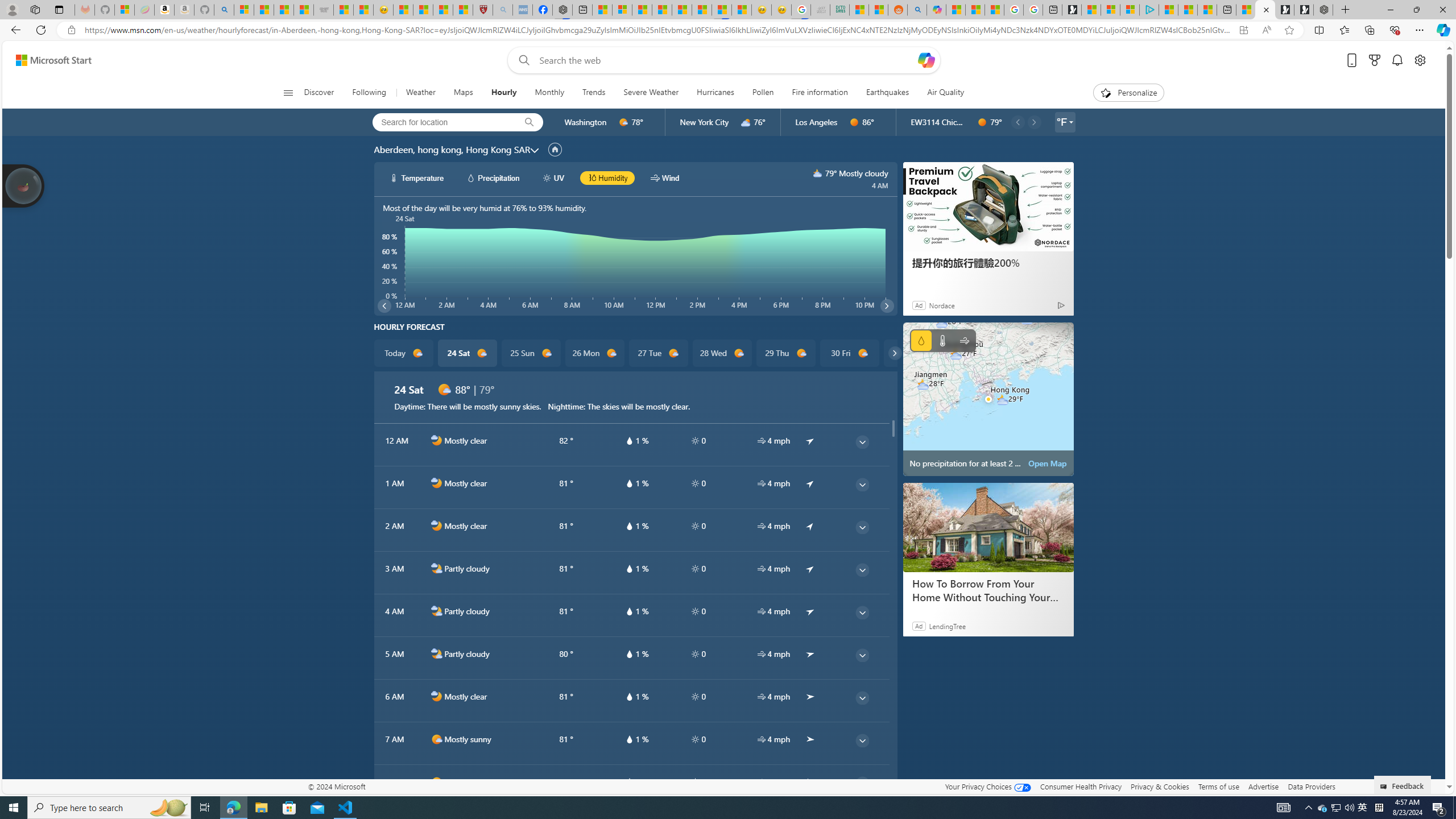 The width and height of the screenshot is (1456, 819). I want to click on 'hourlyChart/windWhite', so click(656, 177).